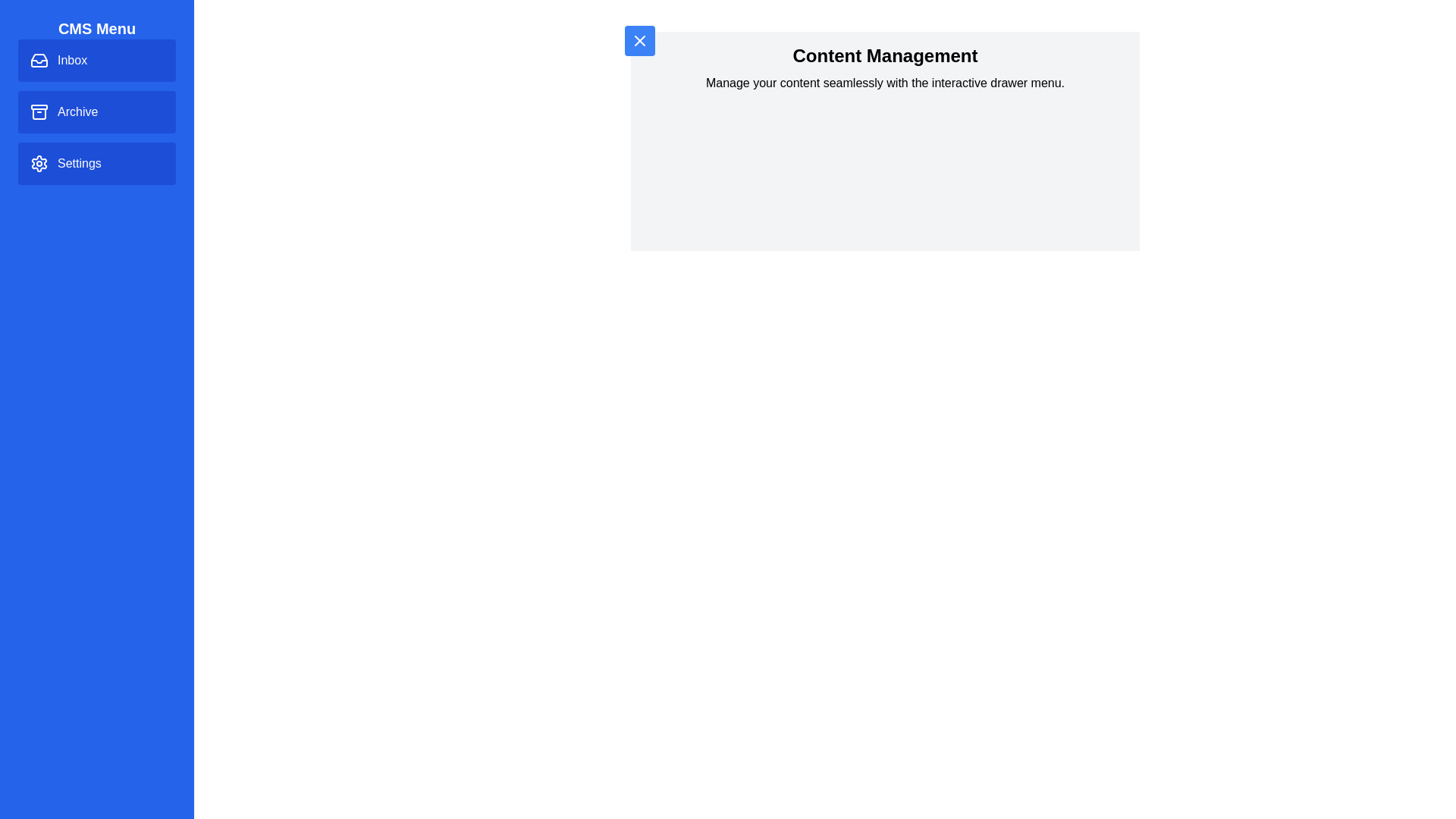  What do you see at coordinates (640, 40) in the screenshot?
I see `button in the top-left corner to toggle the drawer` at bounding box center [640, 40].